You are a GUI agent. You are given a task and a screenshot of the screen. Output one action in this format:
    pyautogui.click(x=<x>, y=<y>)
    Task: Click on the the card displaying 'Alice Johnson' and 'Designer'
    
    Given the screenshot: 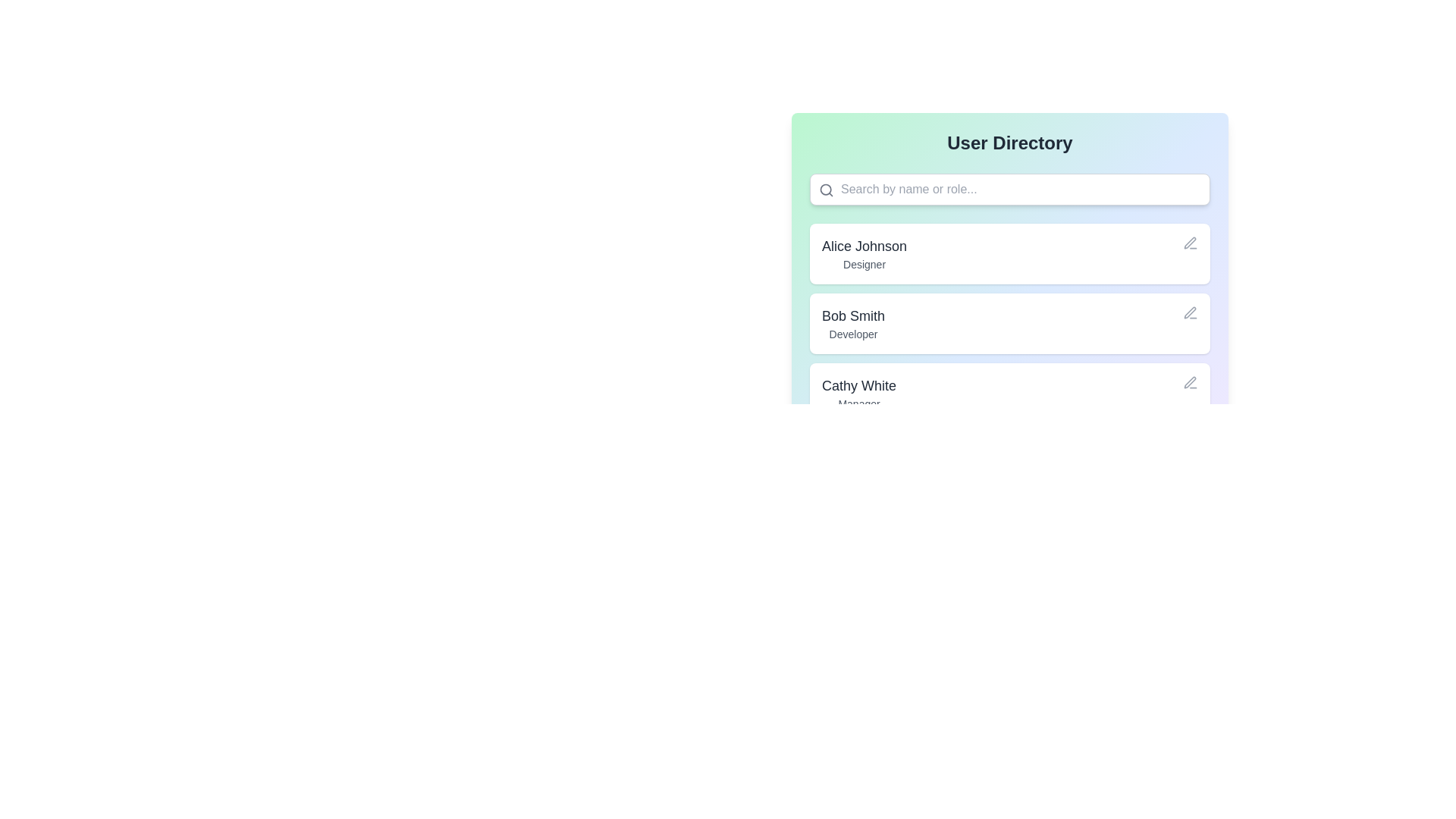 What is the action you would take?
    pyautogui.click(x=1009, y=248)
    